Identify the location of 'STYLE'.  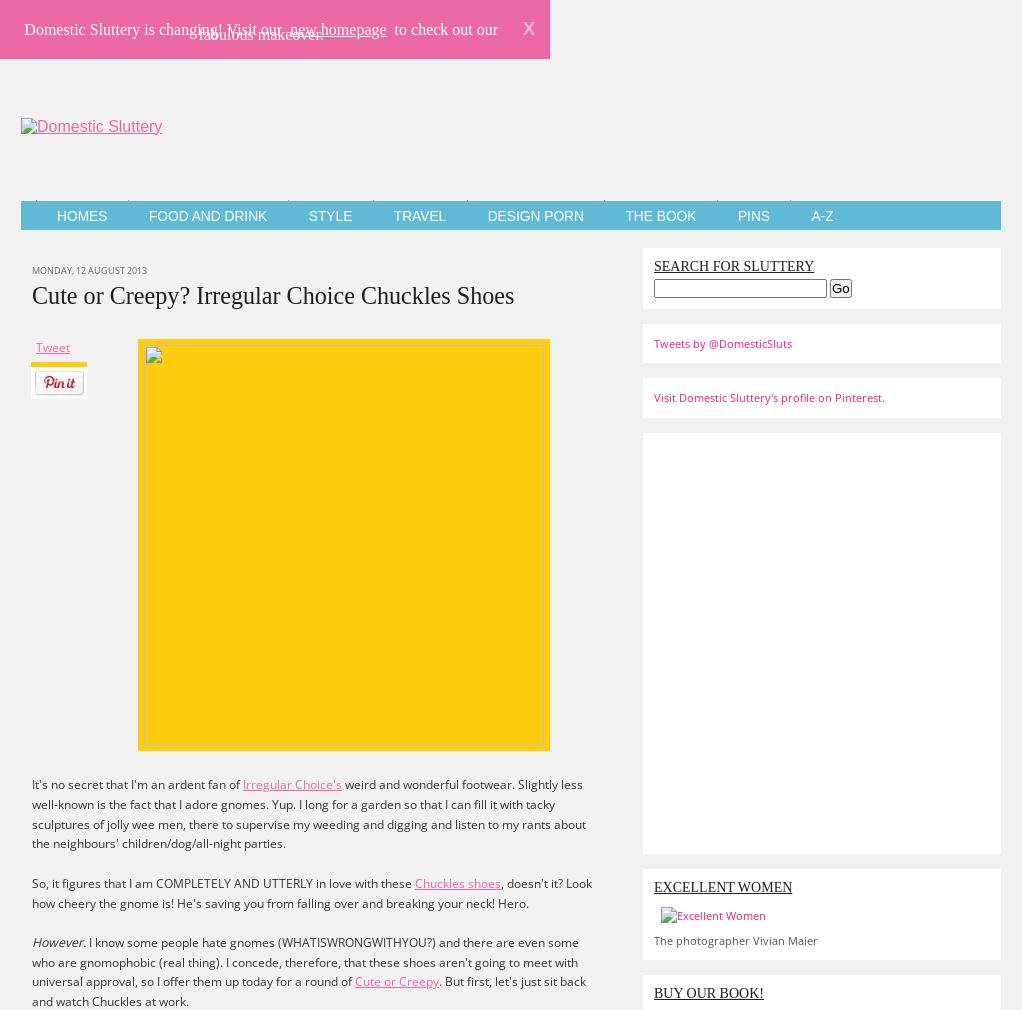
(330, 215).